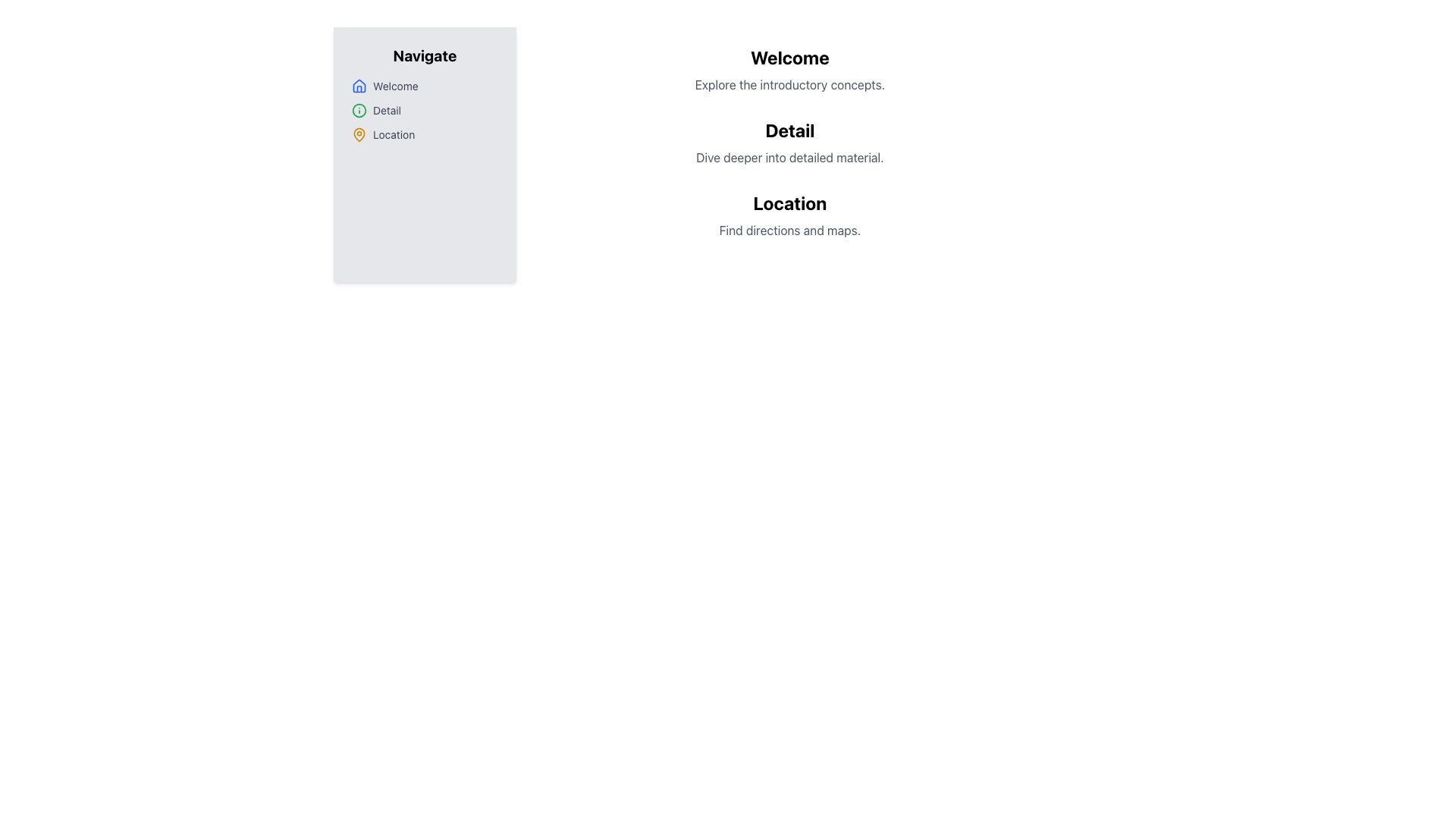 This screenshot has width=1456, height=819. What do you see at coordinates (789, 202) in the screenshot?
I see `the prominent header text label displaying 'Location', which is in bold and large font, positioned above the descriptive text 'Find directions and maps'` at bounding box center [789, 202].